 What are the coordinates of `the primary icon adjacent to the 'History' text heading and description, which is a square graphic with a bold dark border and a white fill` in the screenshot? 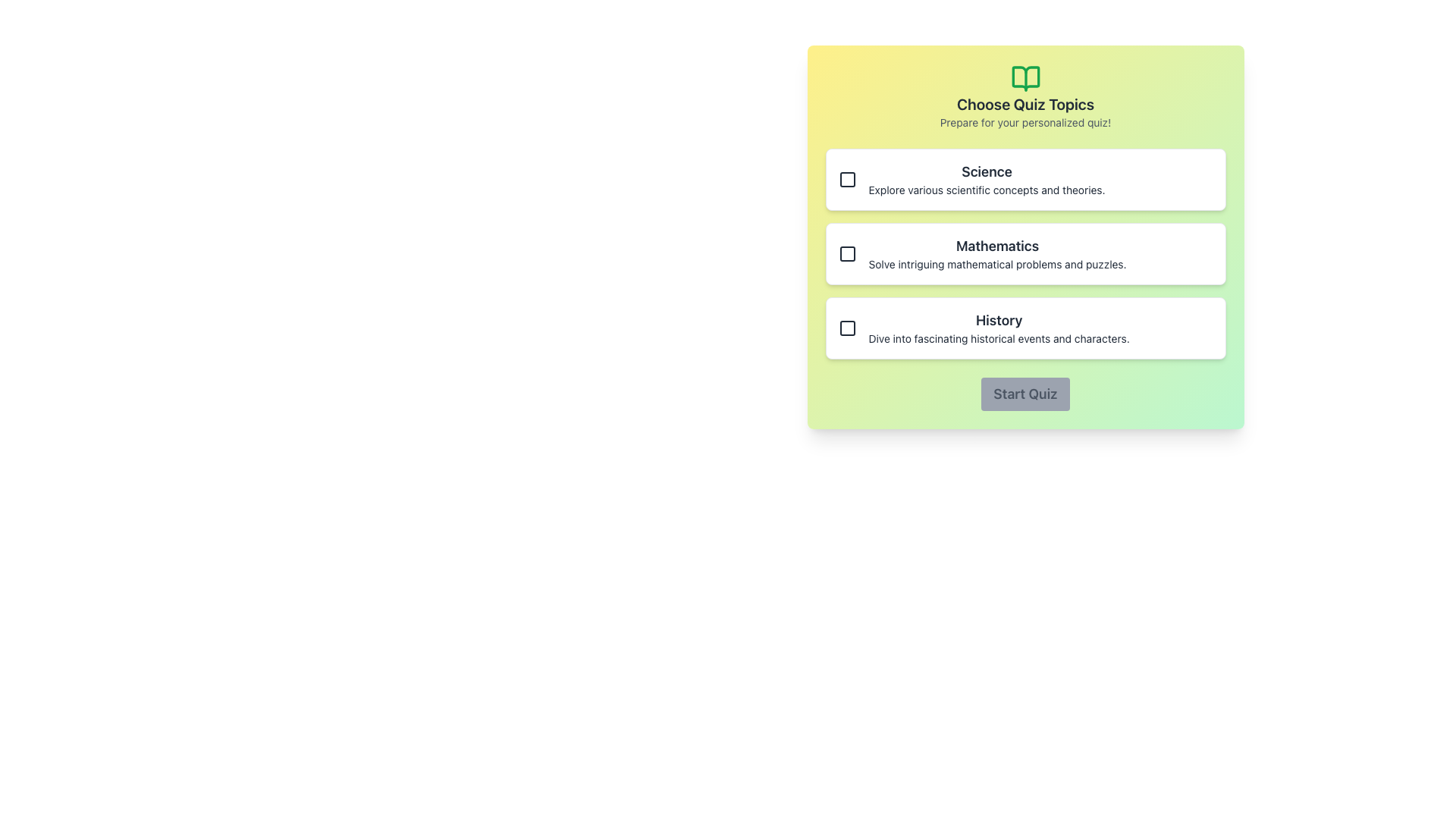 It's located at (846, 327).